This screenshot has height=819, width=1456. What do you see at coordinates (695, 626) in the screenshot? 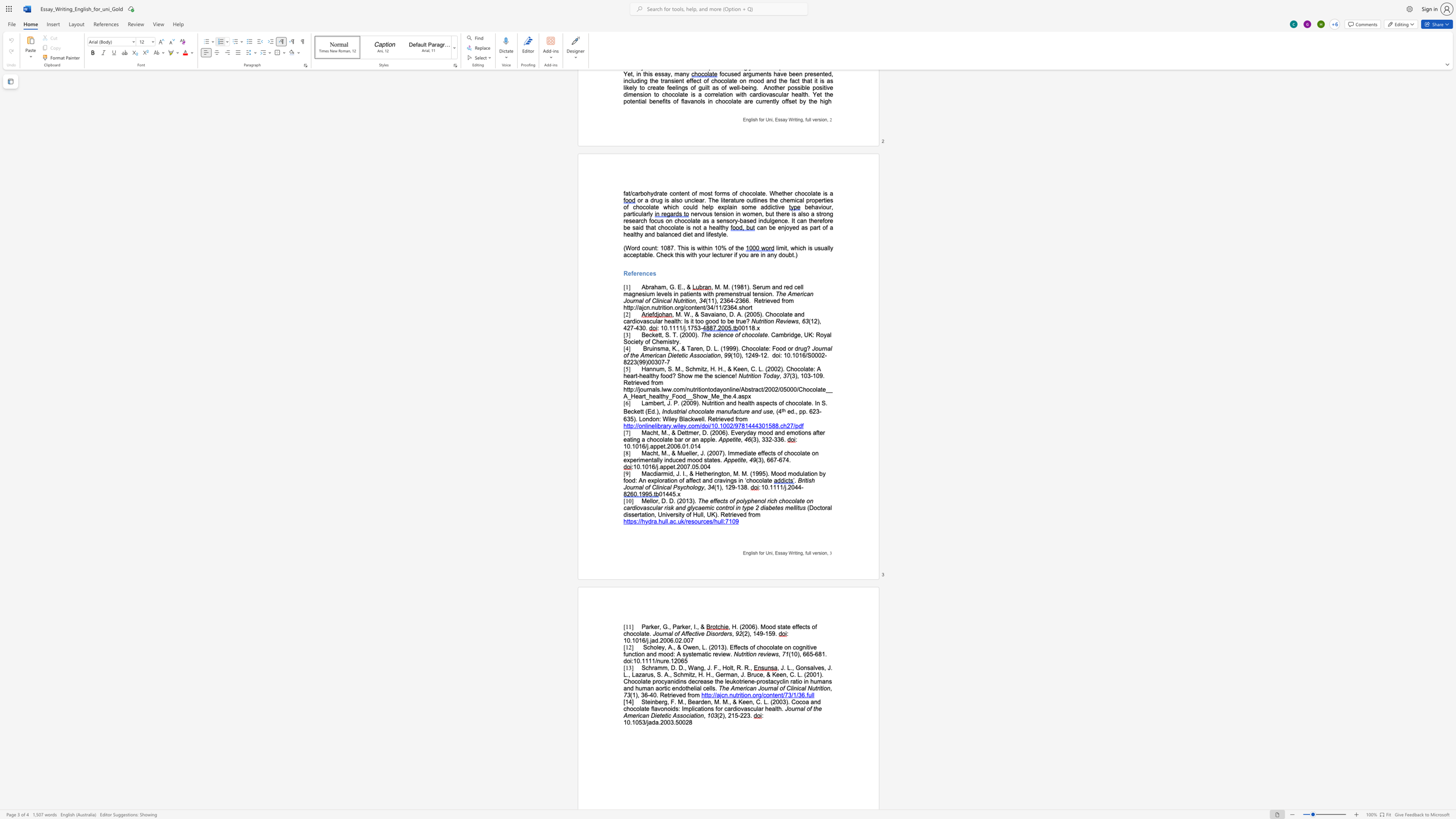
I see `the space between the continuous character "I" and "." in the text` at bounding box center [695, 626].